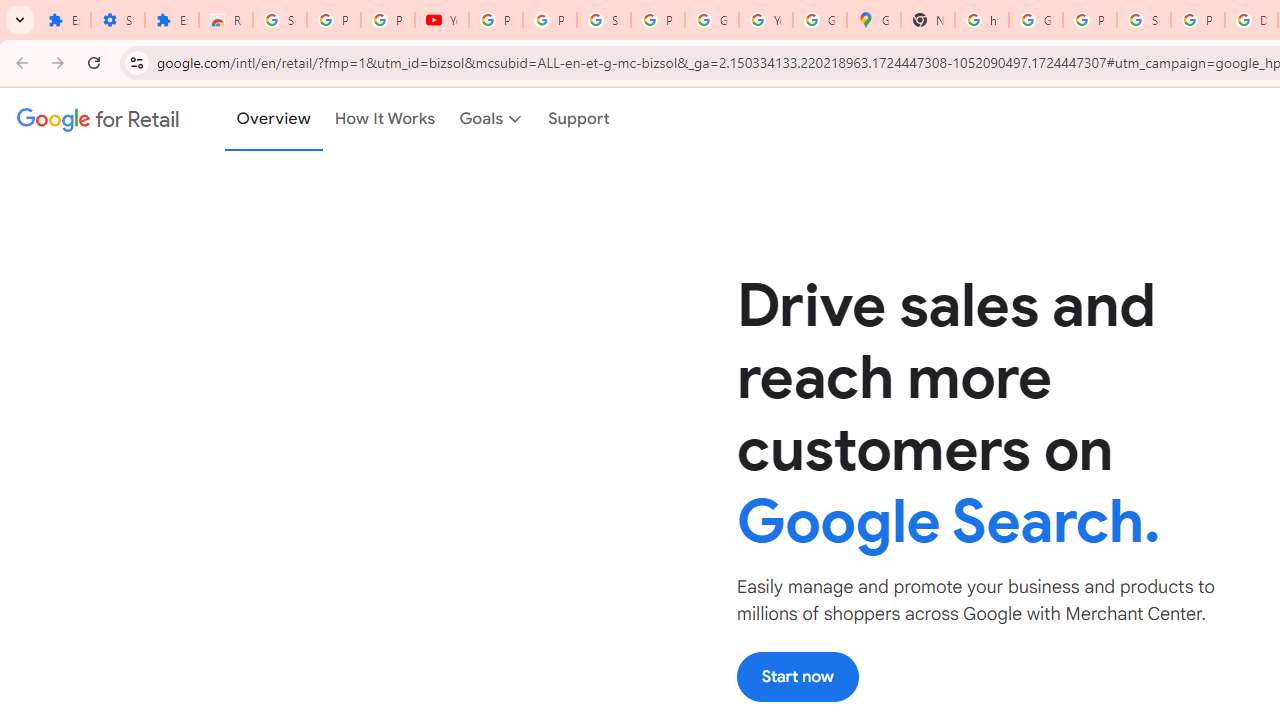 The image size is (1280, 720). What do you see at coordinates (492, 119) in the screenshot?
I see `'Goals'` at bounding box center [492, 119].